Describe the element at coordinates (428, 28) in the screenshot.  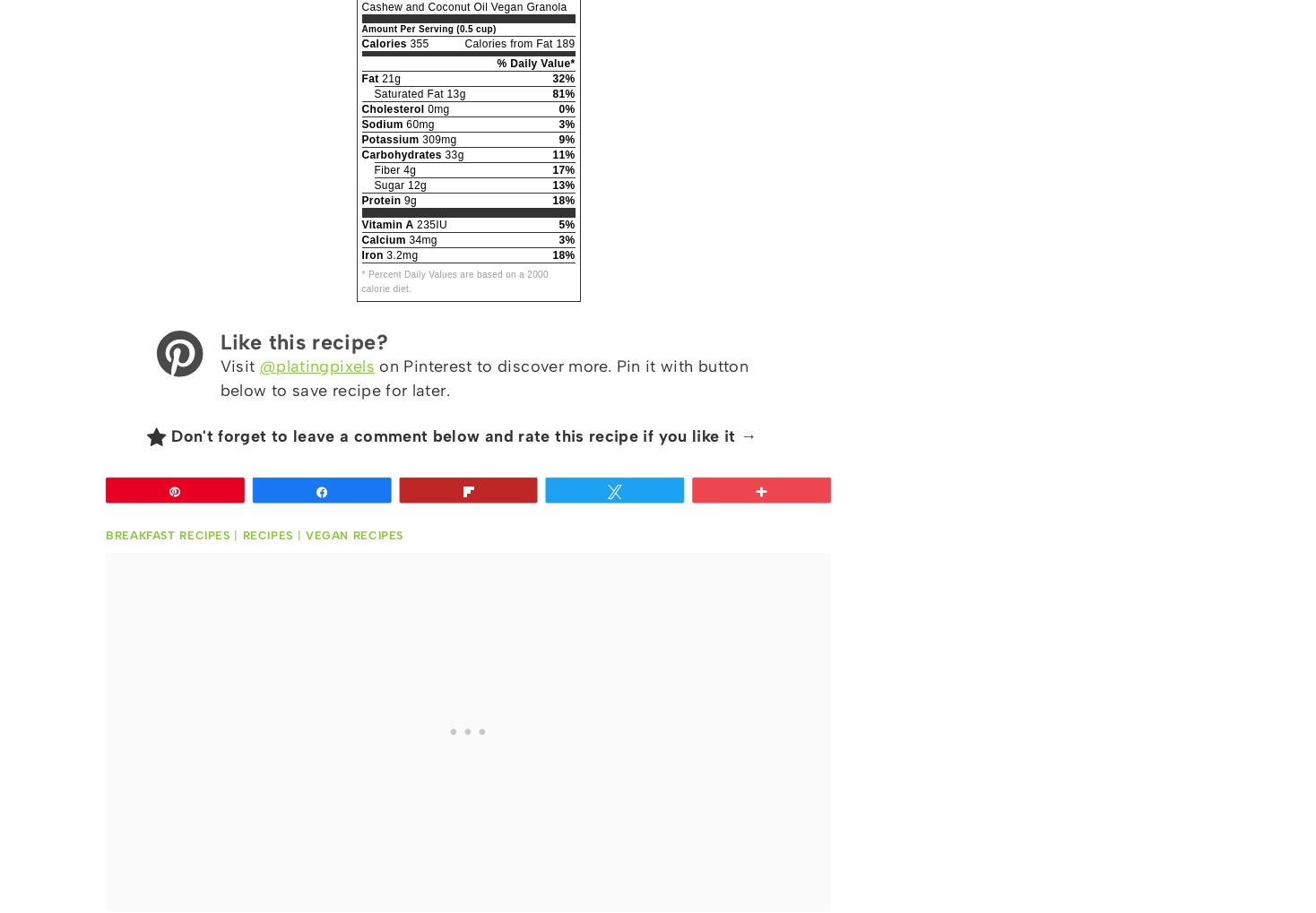
I see `'Amount Per Serving		 (0.5 cup)'` at that location.